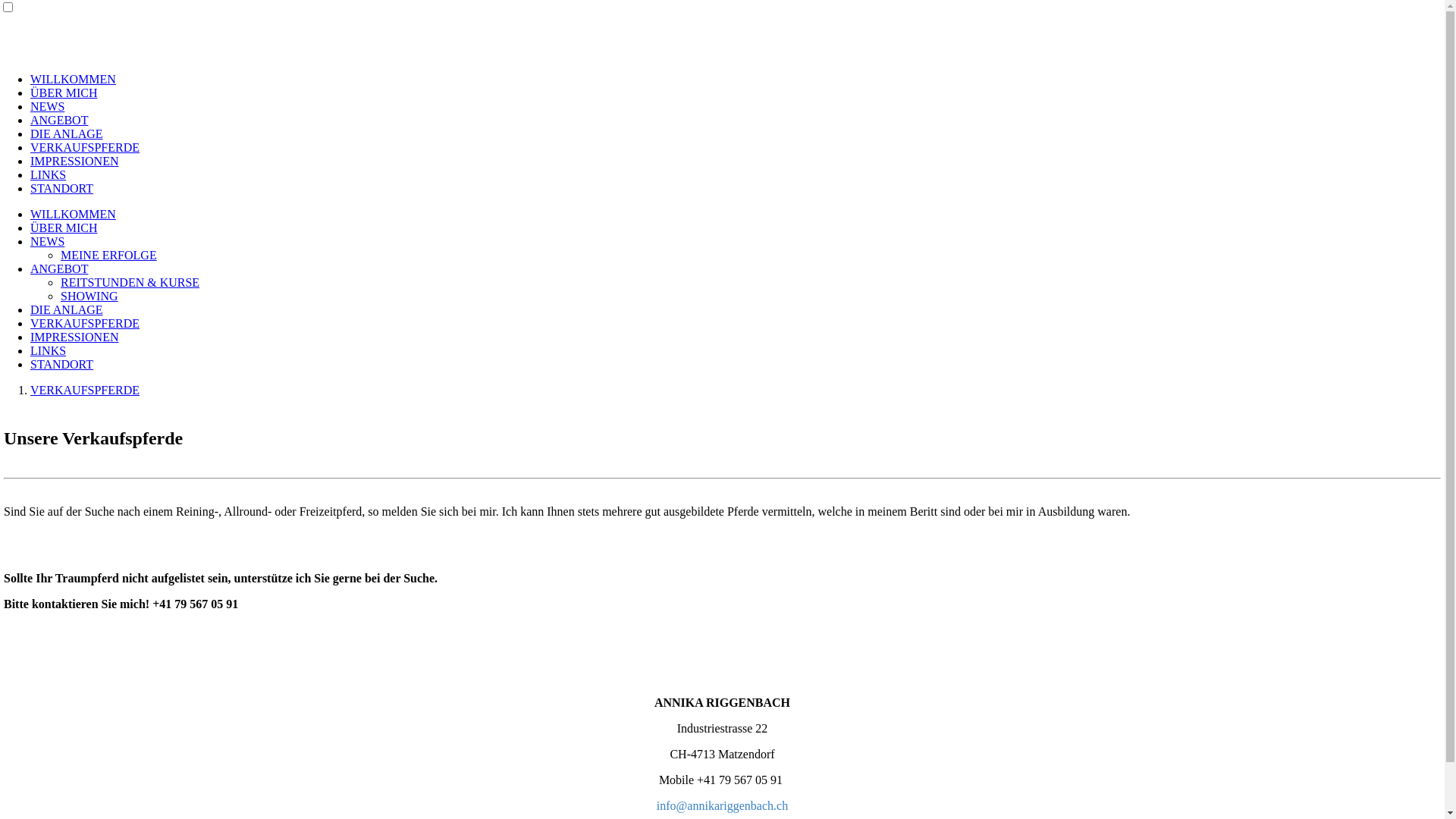 The width and height of the screenshot is (1456, 819). Describe the element at coordinates (73, 336) in the screenshot. I see `'IMPRESSIONEN'` at that location.